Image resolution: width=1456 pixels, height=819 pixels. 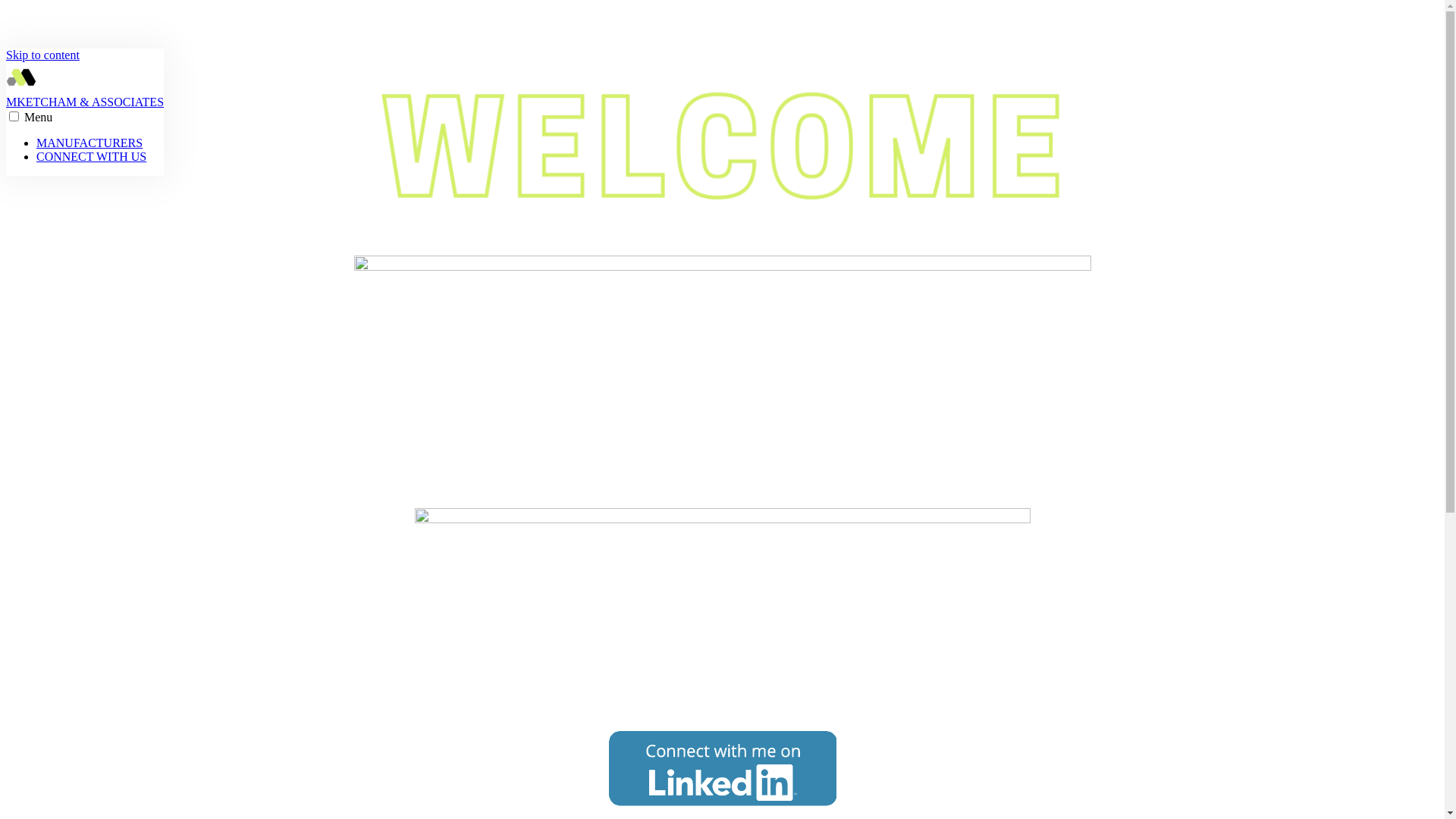 I want to click on 'CONNECT WITH US', so click(x=90, y=156).